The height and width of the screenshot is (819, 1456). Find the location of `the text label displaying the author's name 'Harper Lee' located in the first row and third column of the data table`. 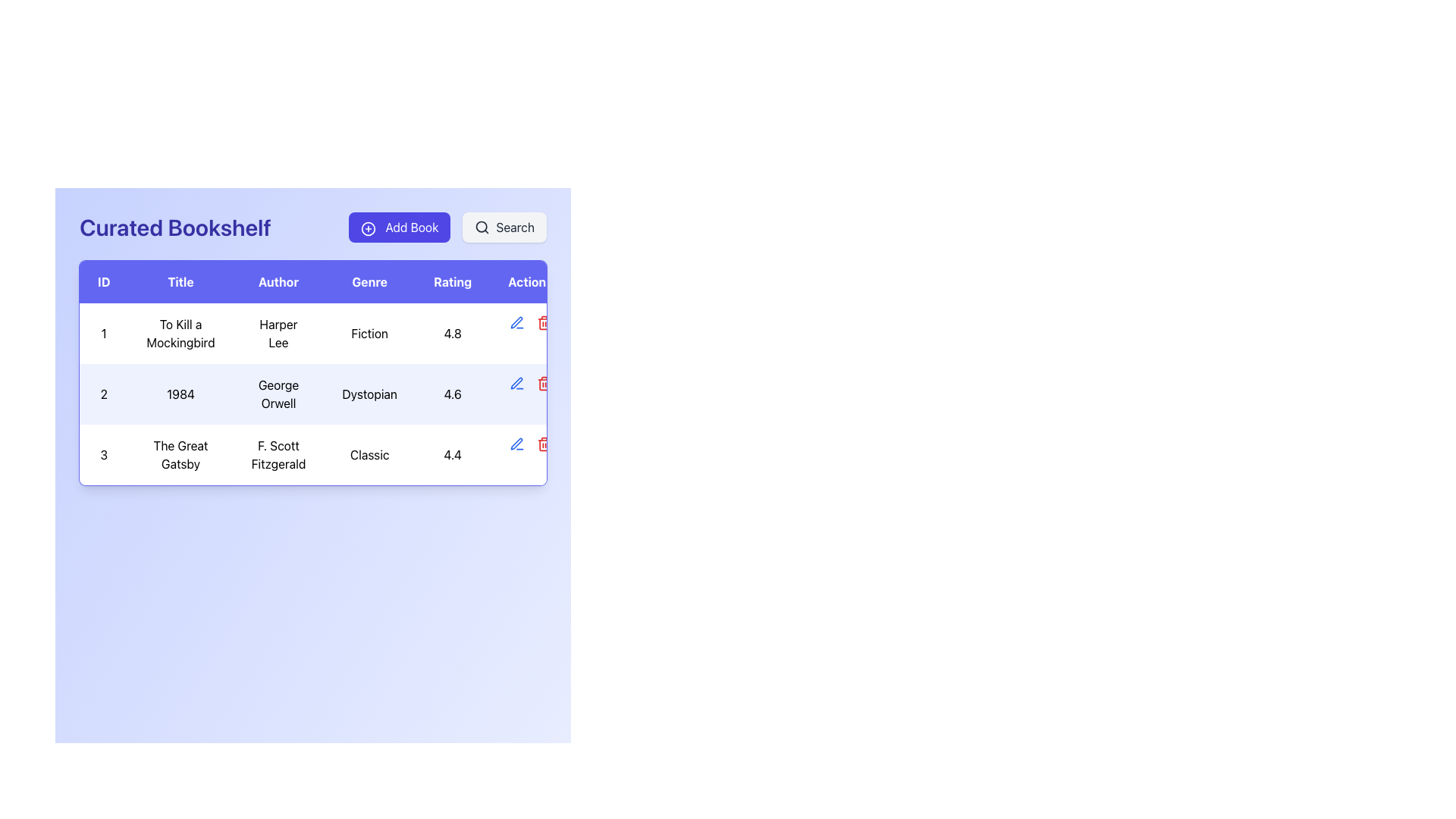

the text label displaying the author's name 'Harper Lee' located in the first row and third column of the data table is located at coordinates (278, 332).